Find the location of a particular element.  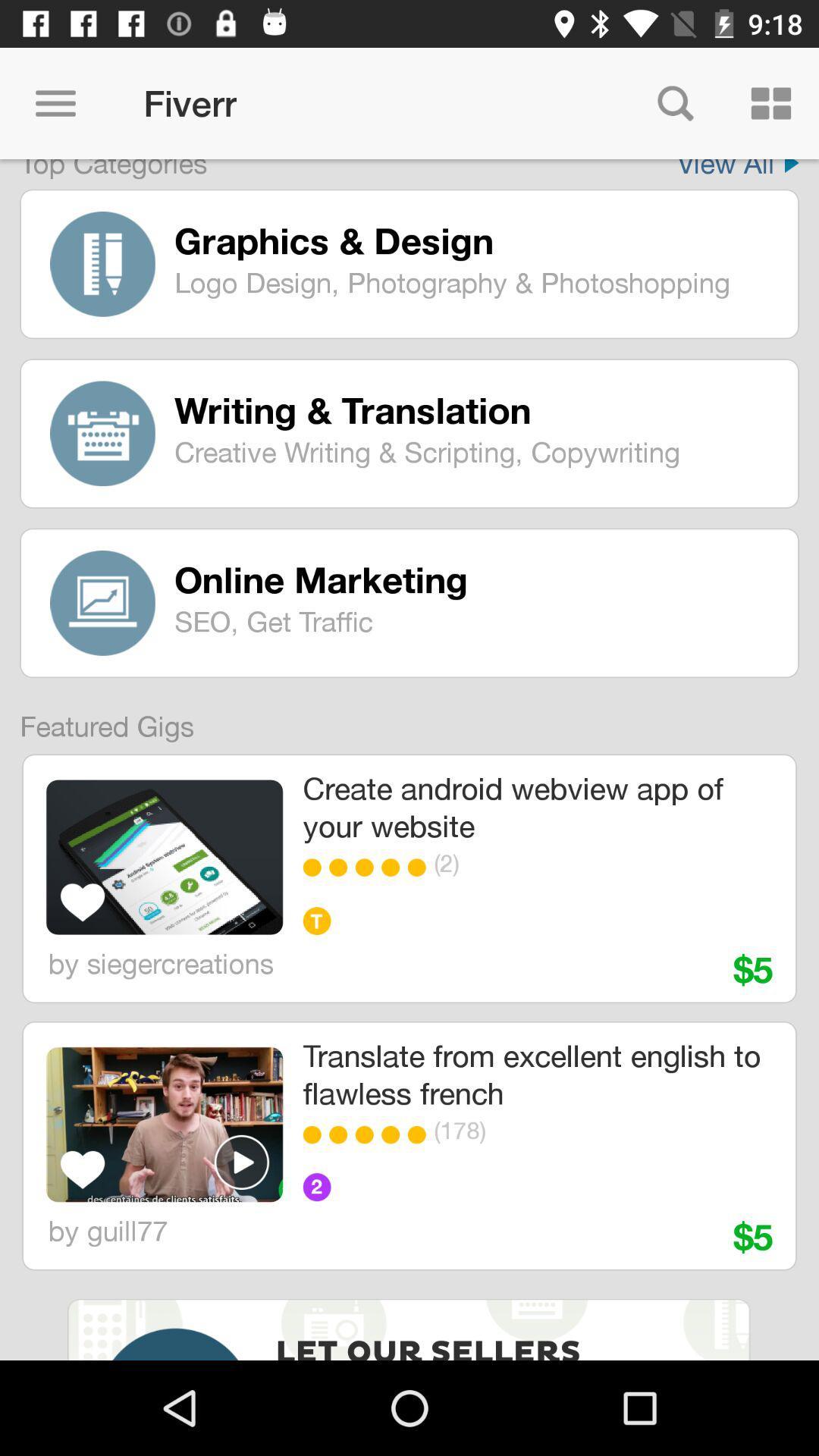

this video is located at coordinates (241, 1161).